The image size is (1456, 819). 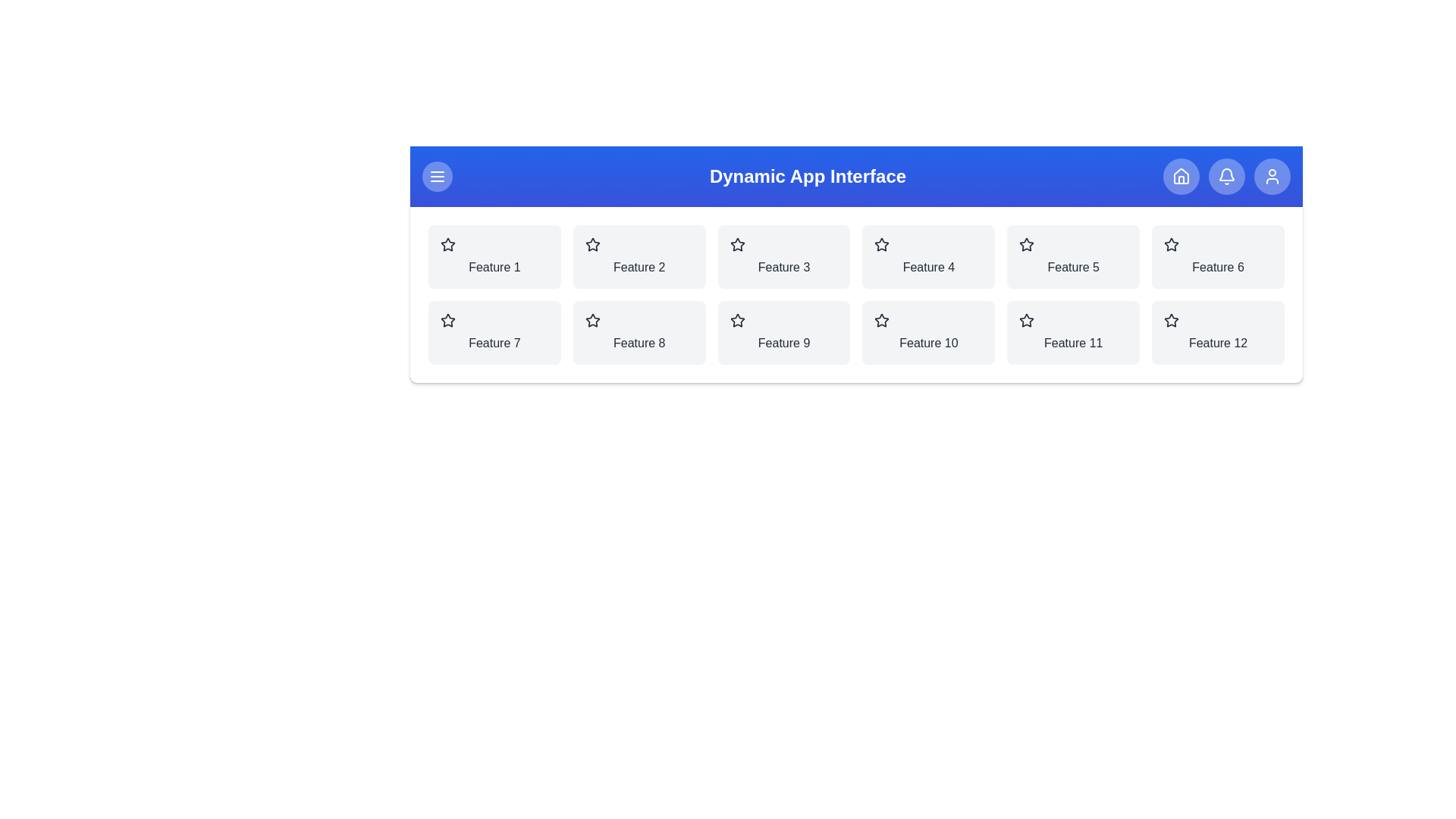 I want to click on the 'Home' button in the navigation bar, so click(x=1181, y=175).